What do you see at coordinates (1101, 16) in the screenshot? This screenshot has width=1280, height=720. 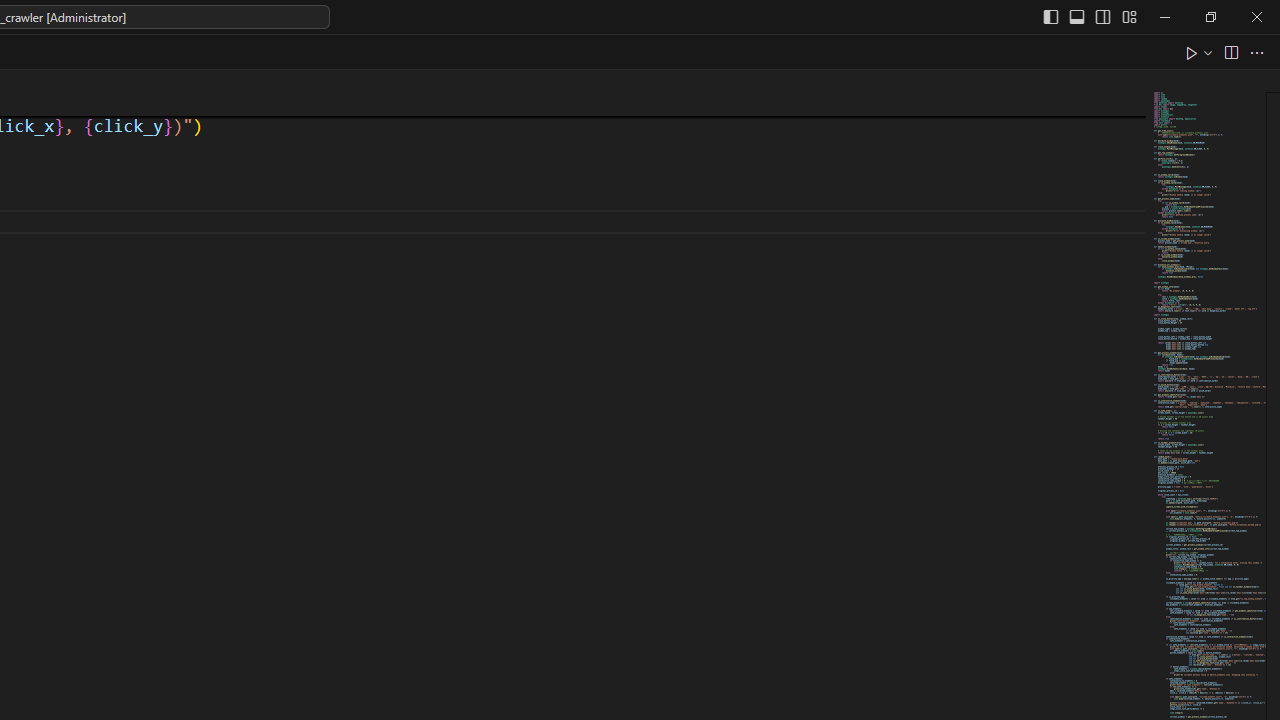 I see `'Toggle Secondary Side Bar (Ctrl+Alt+B)'` at bounding box center [1101, 16].